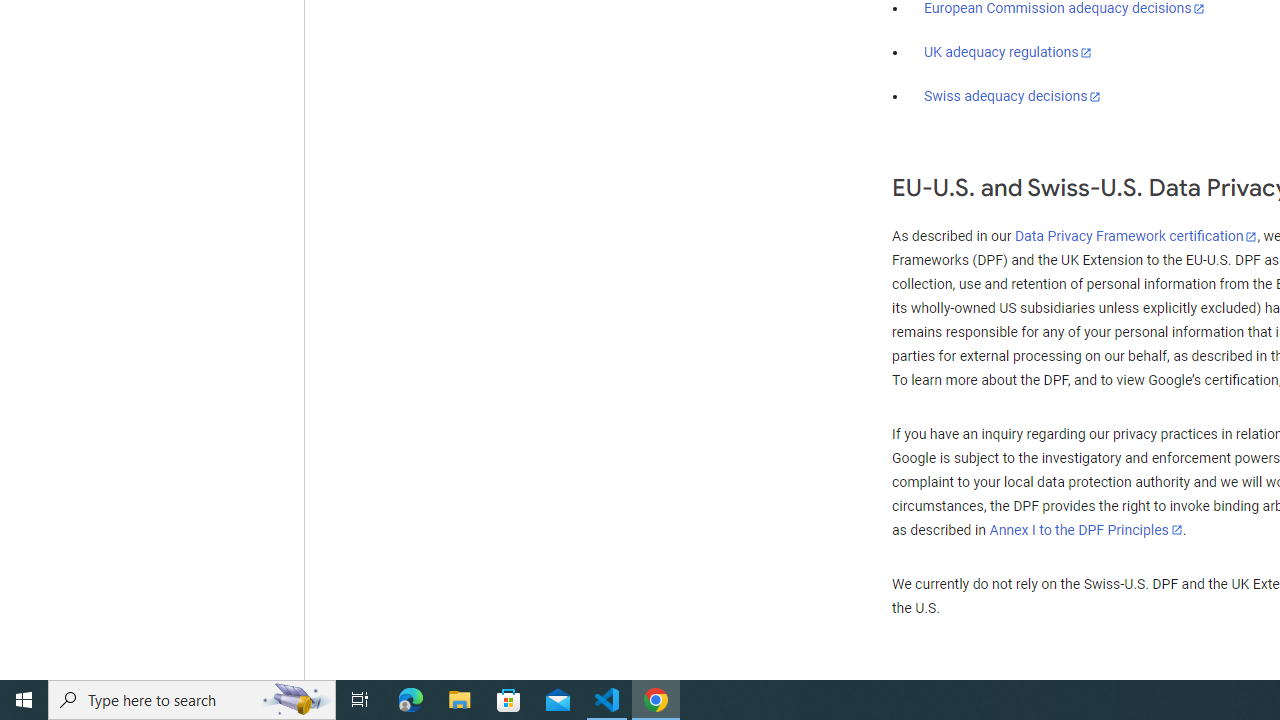 The width and height of the screenshot is (1280, 720). I want to click on 'UK adequacy regulations', so click(1008, 51).